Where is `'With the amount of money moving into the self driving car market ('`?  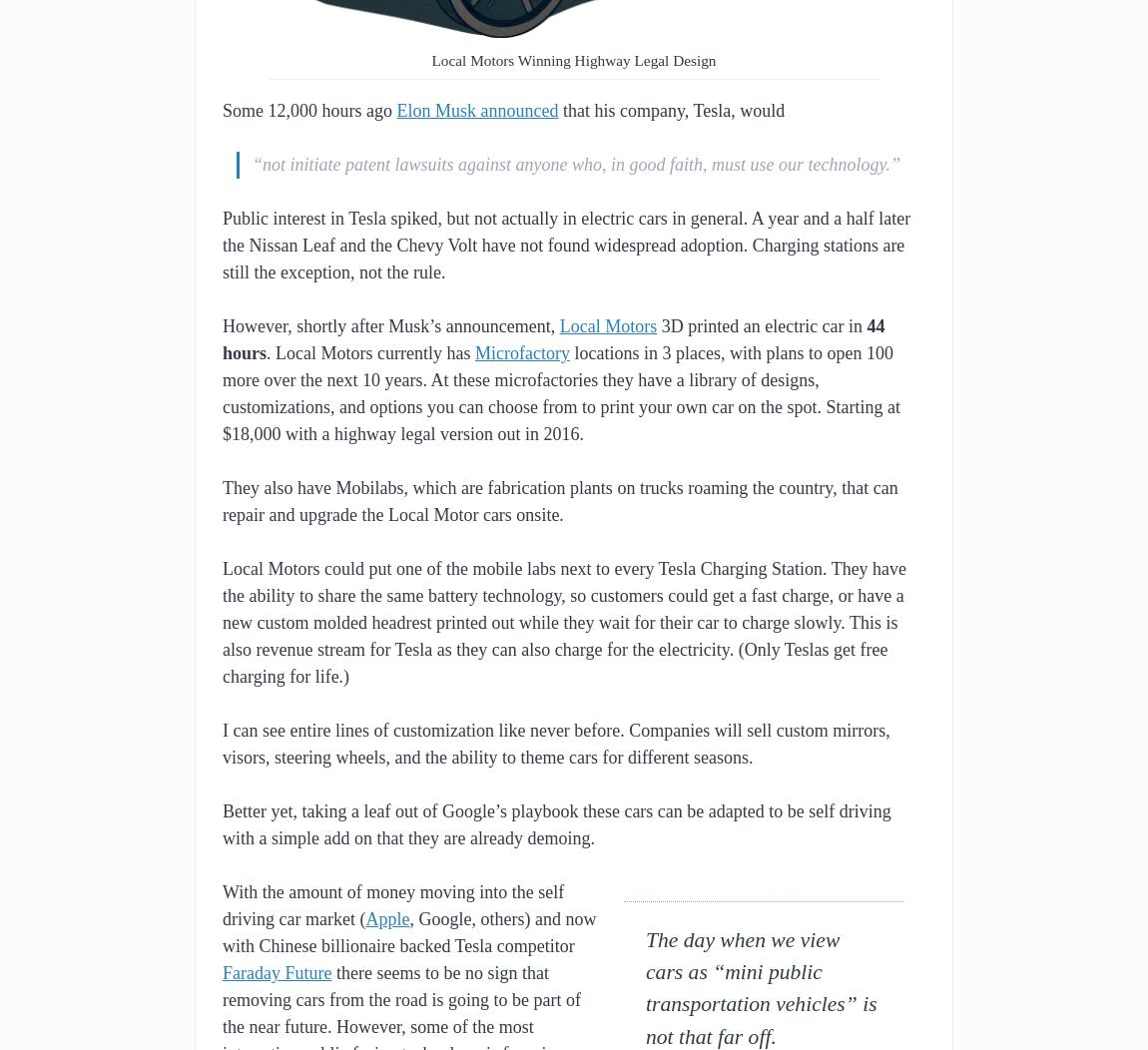 'With the amount of money moving into the self driving car market (' is located at coordinates (221, 905).